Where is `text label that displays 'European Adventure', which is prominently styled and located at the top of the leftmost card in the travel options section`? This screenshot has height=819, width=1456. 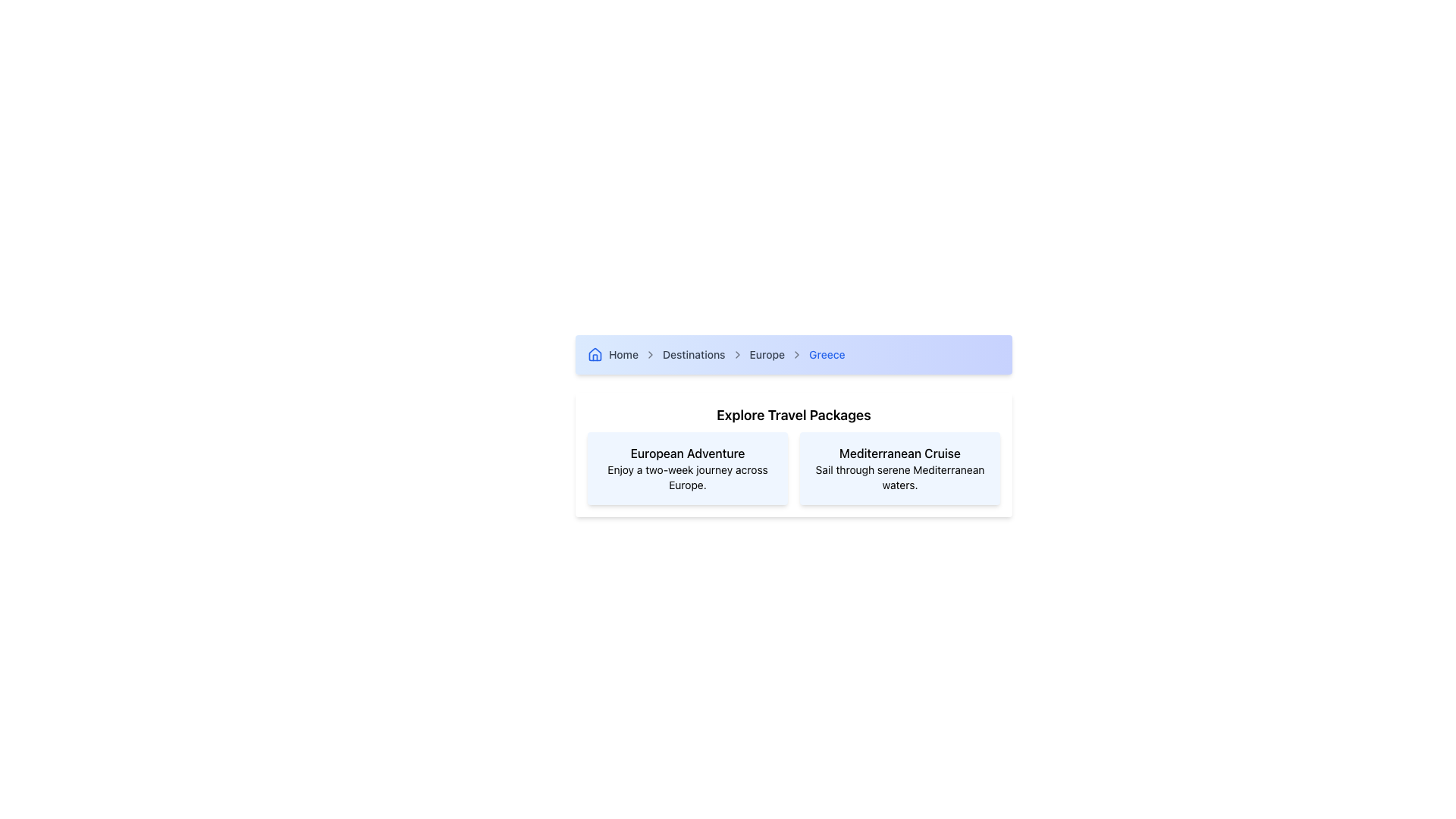
text label that displays 'European Adventure', which is prominently styled and located at the top of the leftmost card in the travel options section is located at coordinates (687, 452).